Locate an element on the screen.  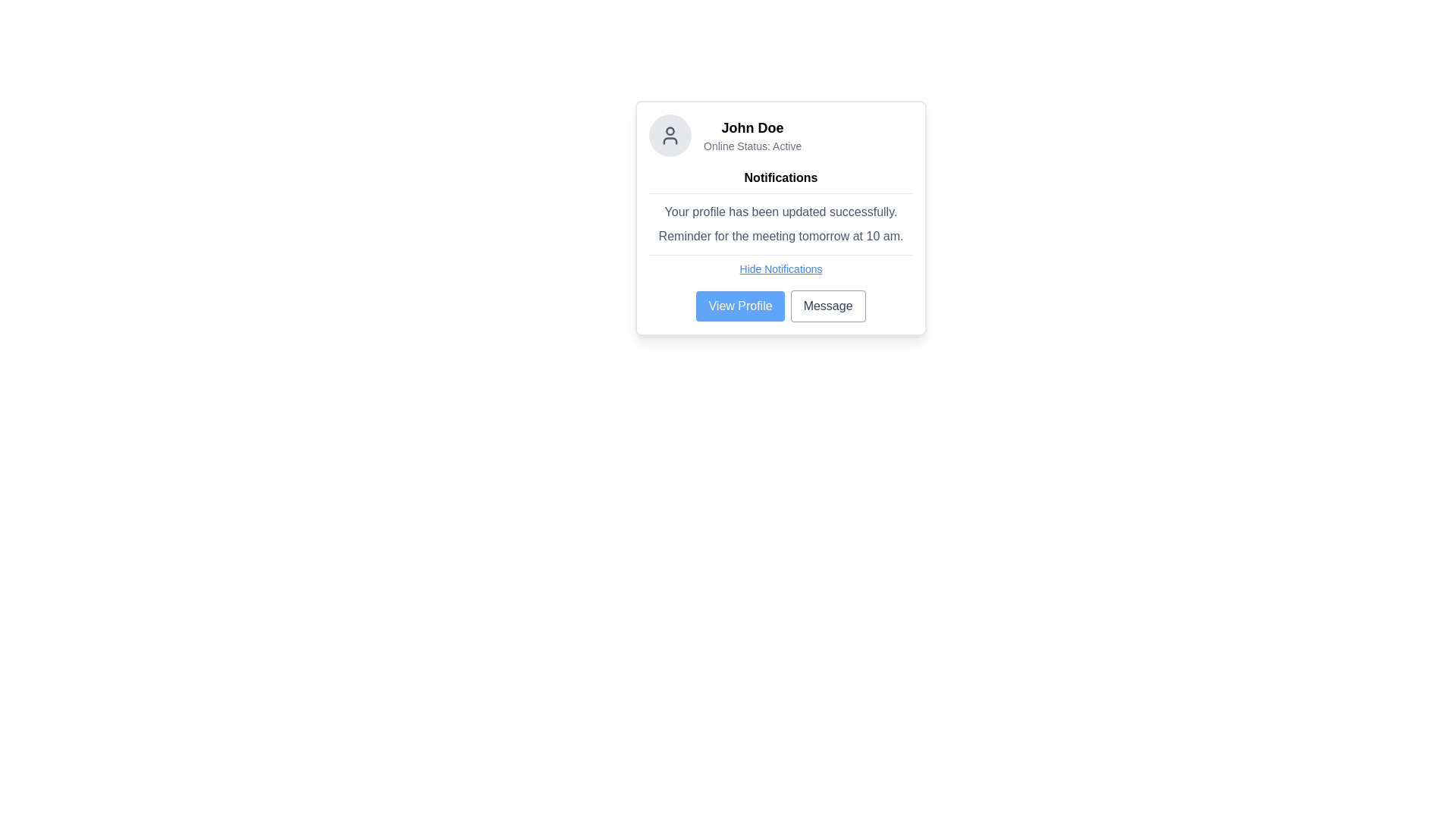
the text block that displays messages about profile updates and meeting reminders, located below the 'Notifications' heading in the user profile card is located at coordinates (781, 224).